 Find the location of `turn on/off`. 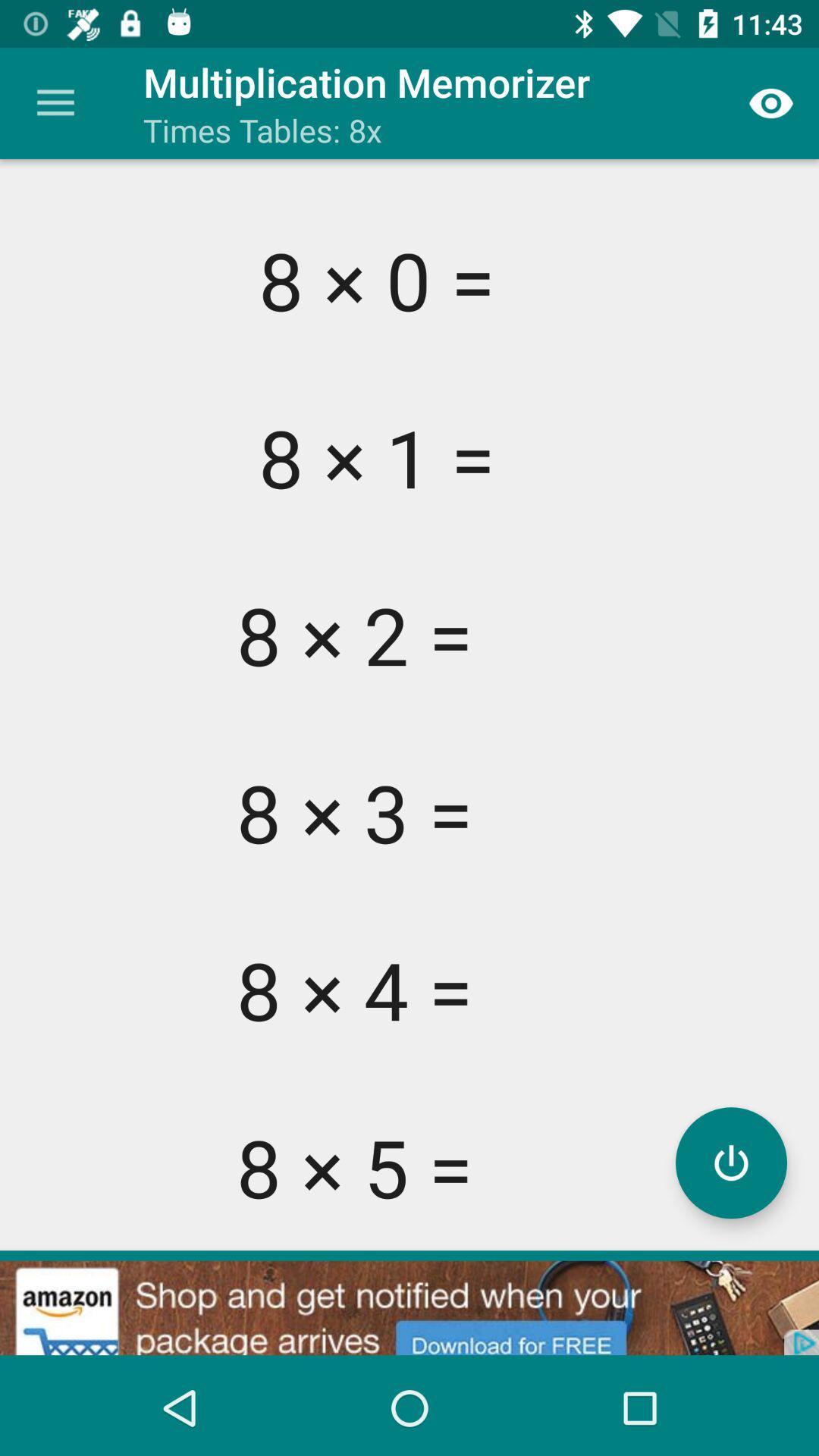

turn on/off is located at coordinates (730, 1162).